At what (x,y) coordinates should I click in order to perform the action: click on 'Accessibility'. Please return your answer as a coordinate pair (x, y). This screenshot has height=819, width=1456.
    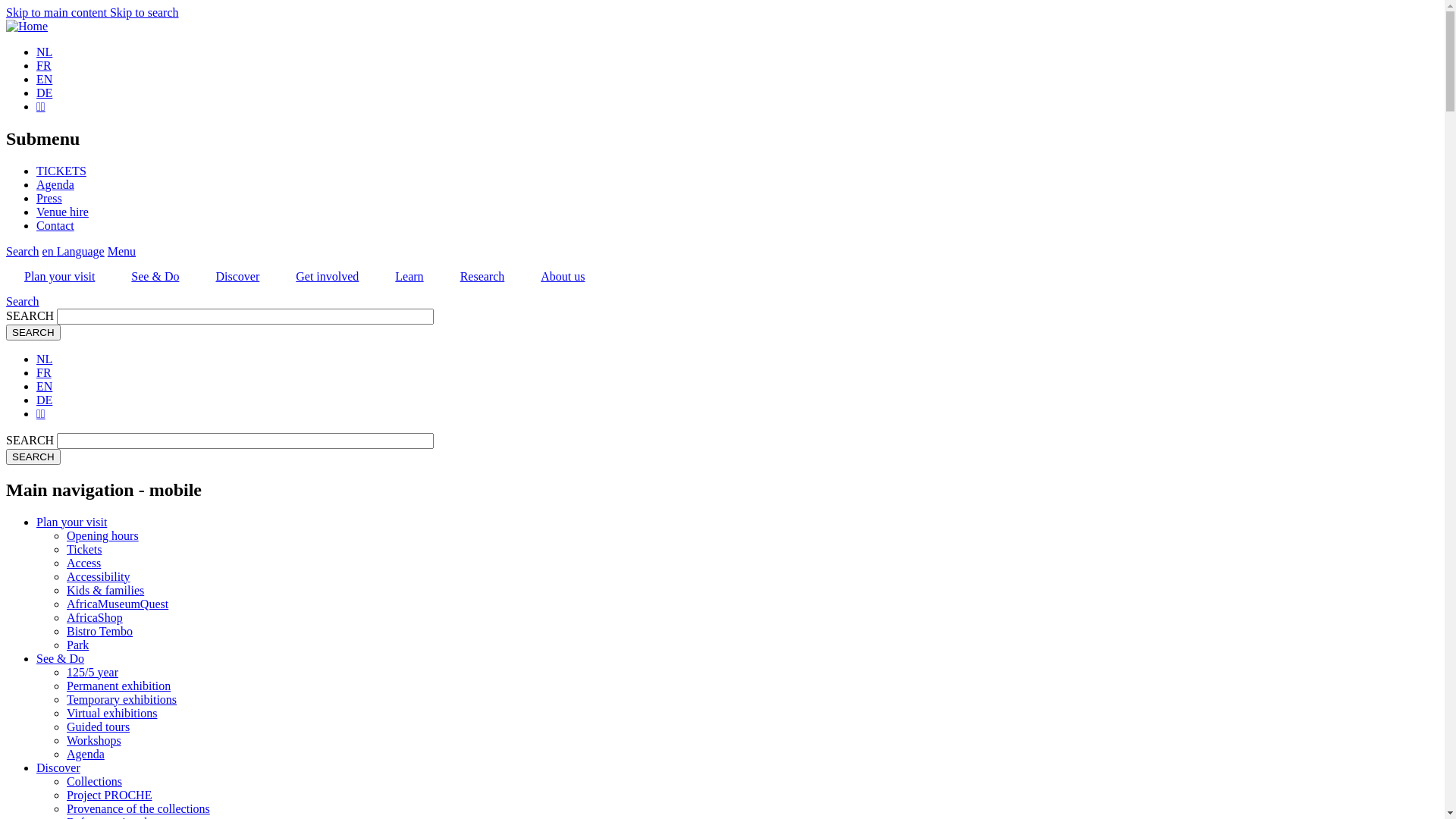
    Looking at the image, I should click on (65, 576).